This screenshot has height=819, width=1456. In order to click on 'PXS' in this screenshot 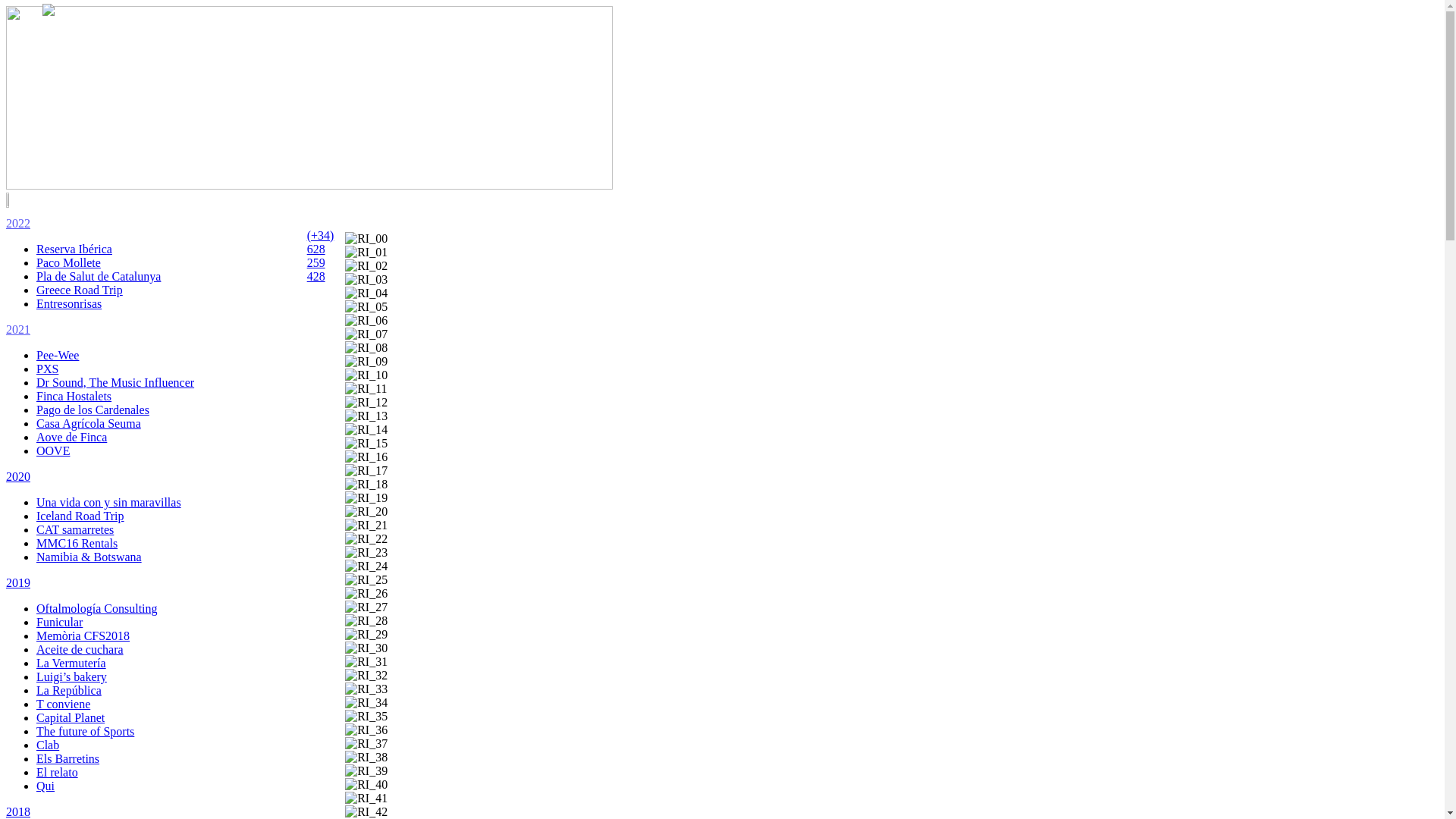, I will do `click(47, 369)`.